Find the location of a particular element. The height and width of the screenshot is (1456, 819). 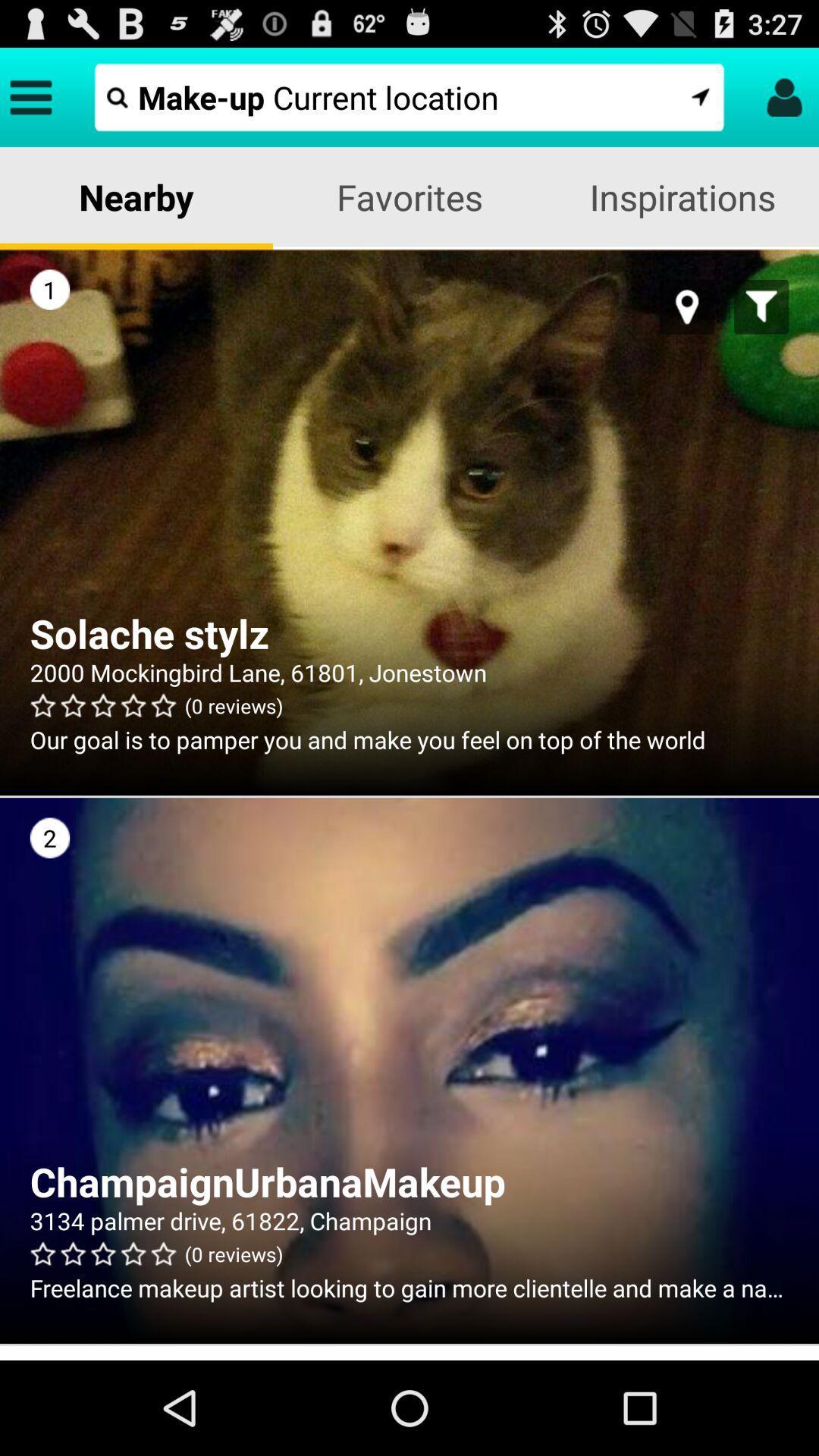

item to the right of nearby icon is located at coordinates (409, 196).